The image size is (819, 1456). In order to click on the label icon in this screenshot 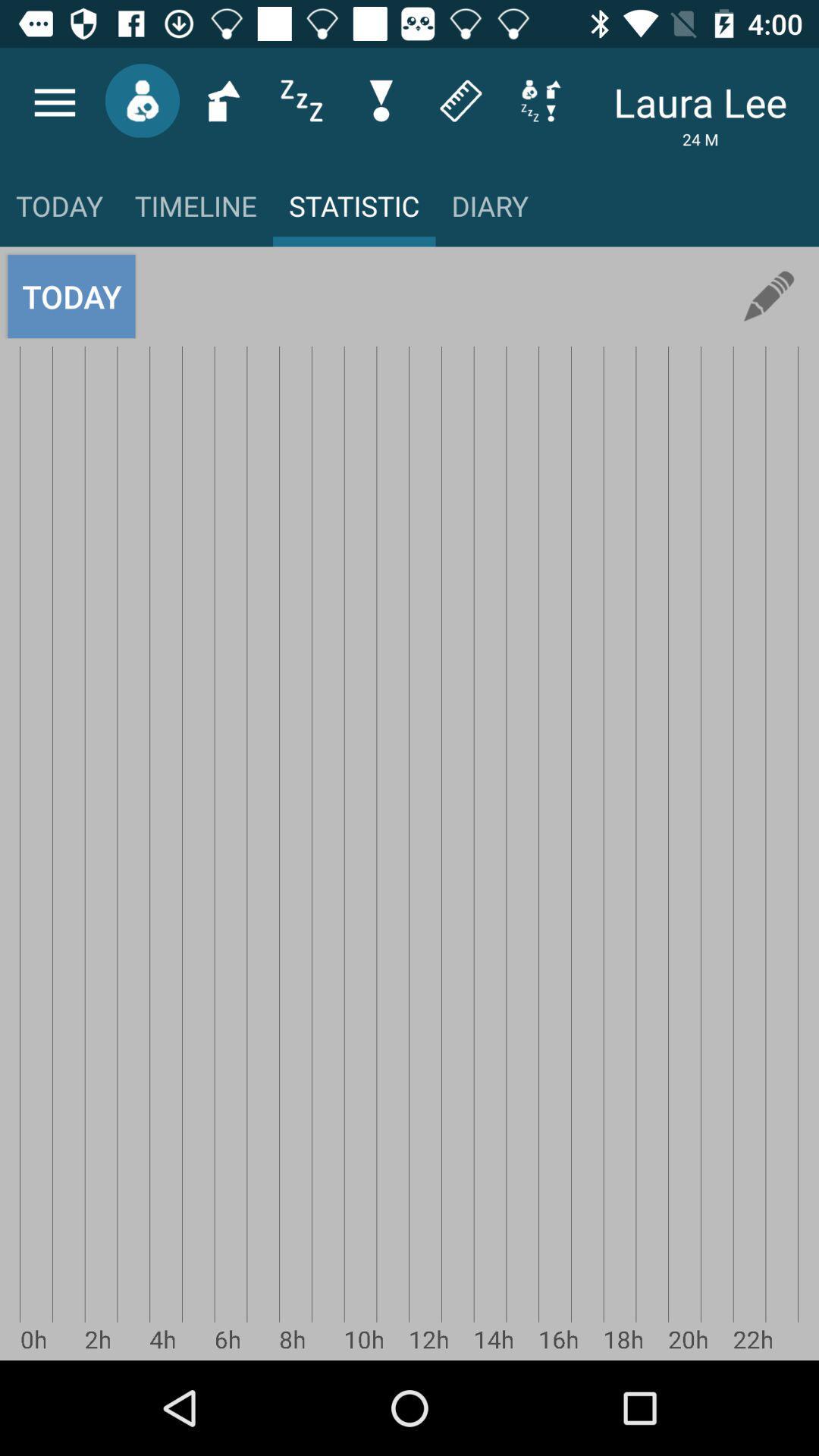, I will do `click(460, 99)`.